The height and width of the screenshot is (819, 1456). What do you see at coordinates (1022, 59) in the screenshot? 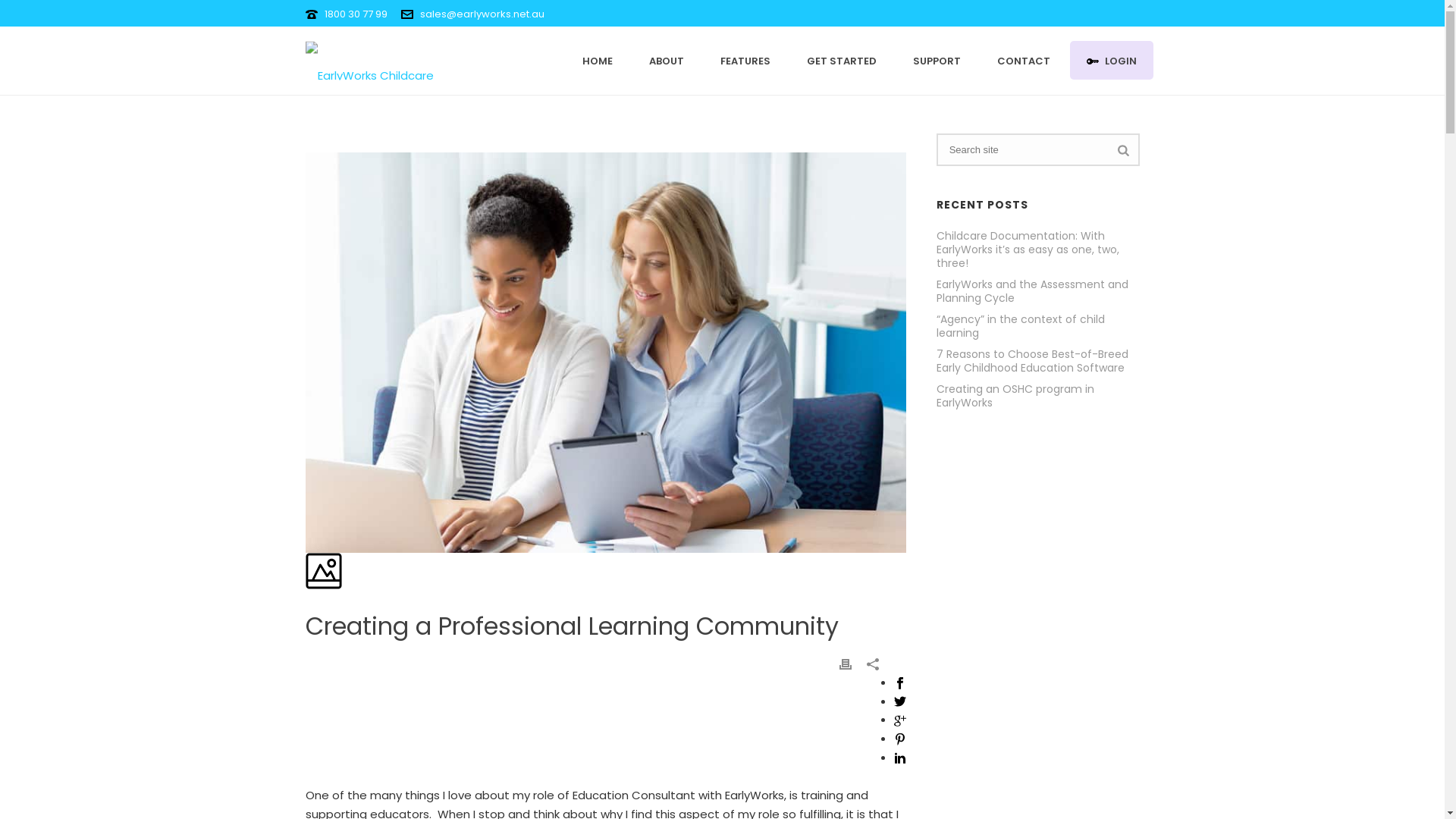
I see `'CONTACT'` at bounding box center [1022, 59].